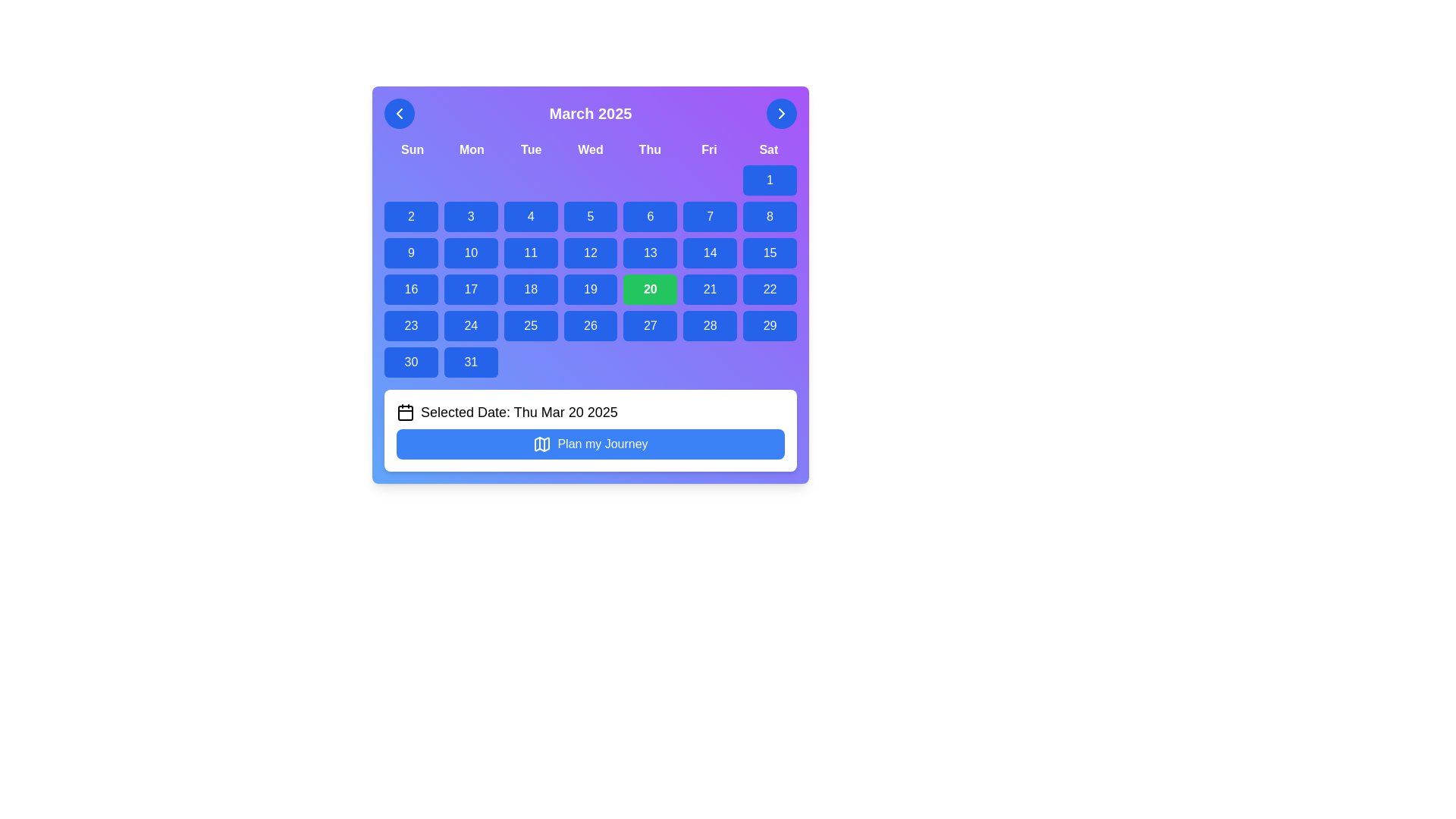 Image resolution: width=1456 pixels, height=819 pixels. Describe the element at coordinates (531, 325) in the screenshot. I see `the button for selecting the date '25' in the calendar grid` at that location.